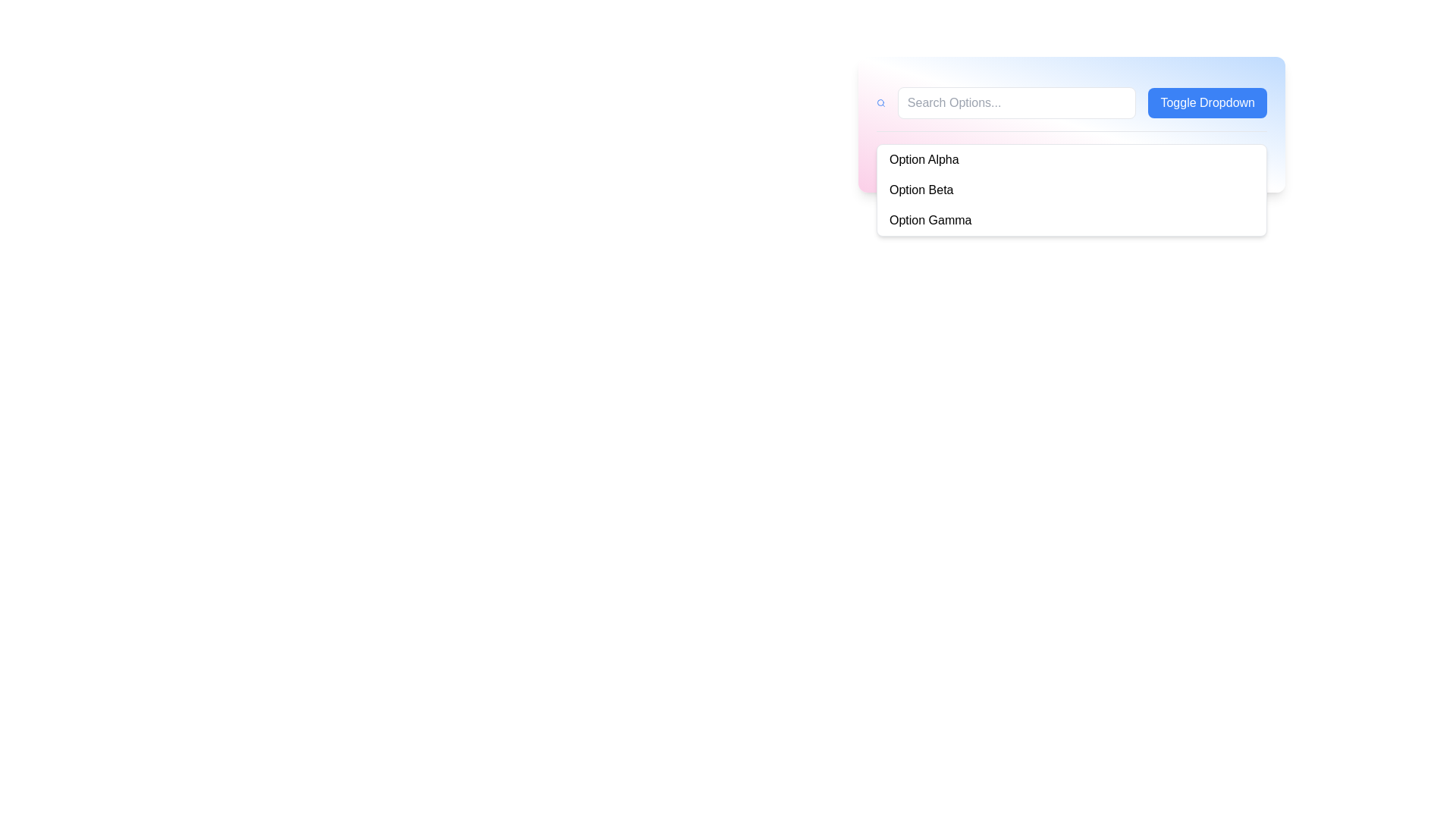 The height and width of the screenshot is (819, 1456). What do you see at coordinates (1071, 102) in the screenshot?
I see `the button in the first row of the section` at bounding box center [1071, 102].